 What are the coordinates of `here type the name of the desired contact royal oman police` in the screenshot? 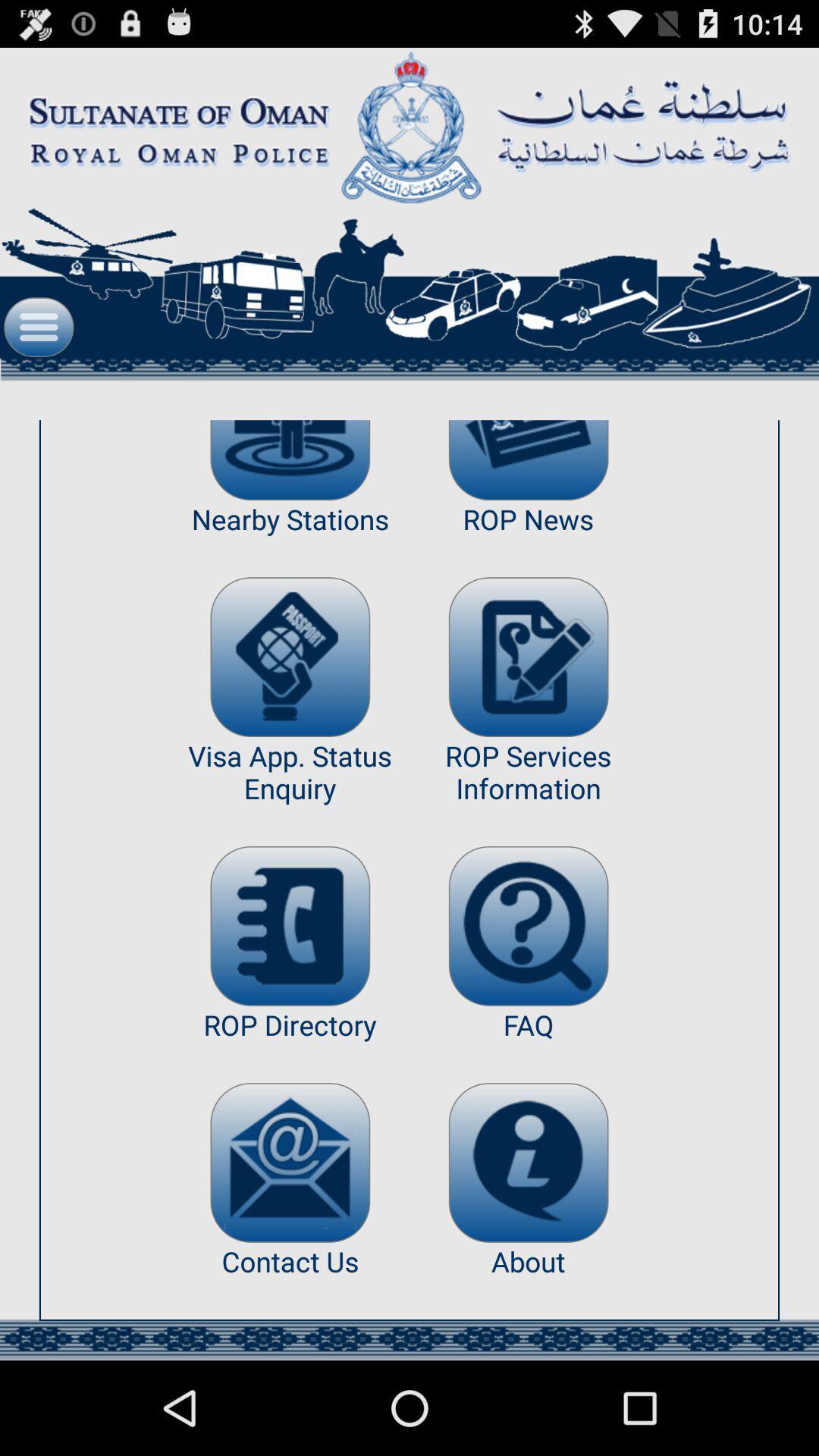 It's located at (290, 925).